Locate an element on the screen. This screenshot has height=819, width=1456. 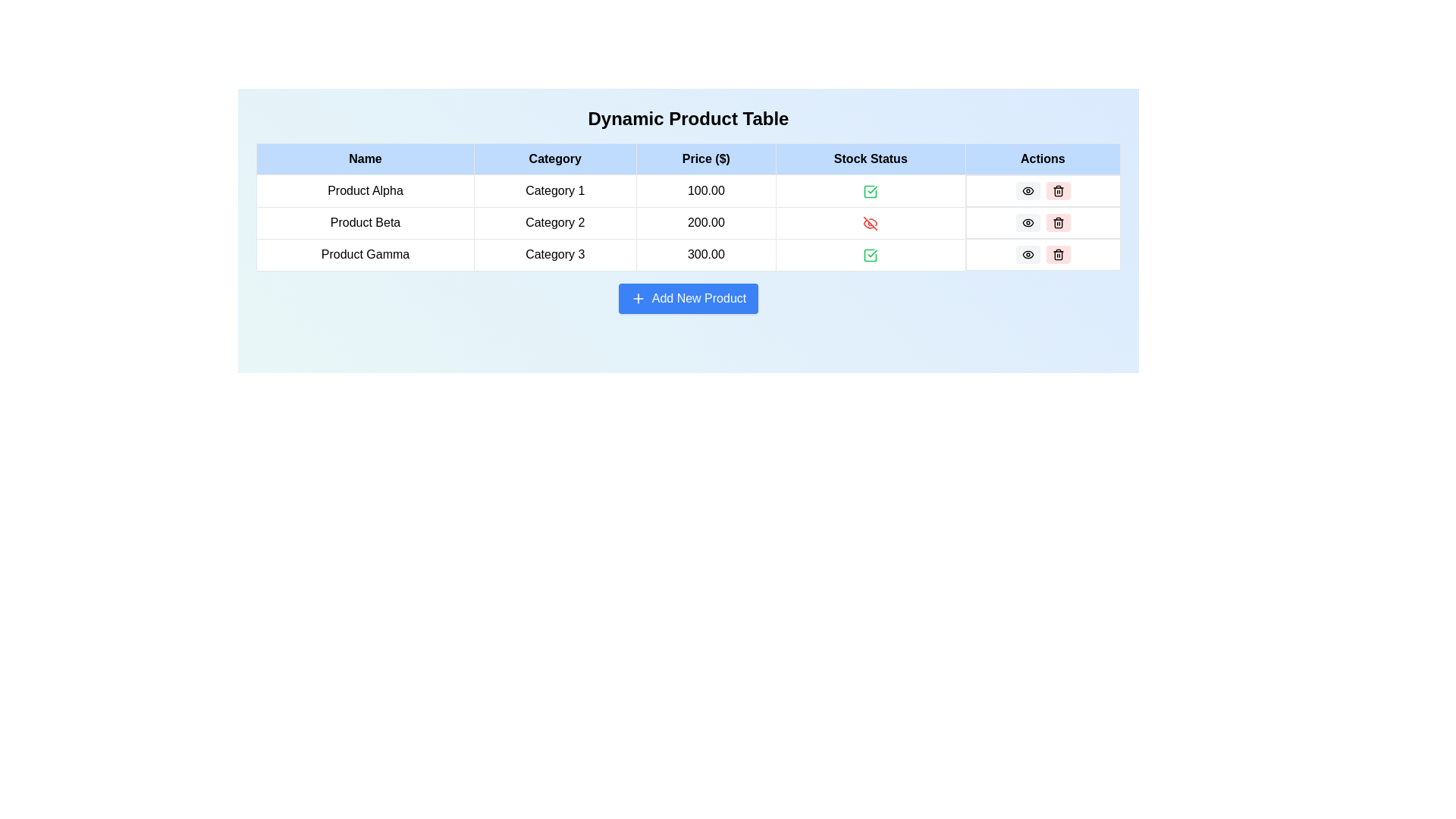
the delete button with a light red background and trash can icon located in the 'Actions' column of the third row in the product table is located at coordinates (1057, 253).